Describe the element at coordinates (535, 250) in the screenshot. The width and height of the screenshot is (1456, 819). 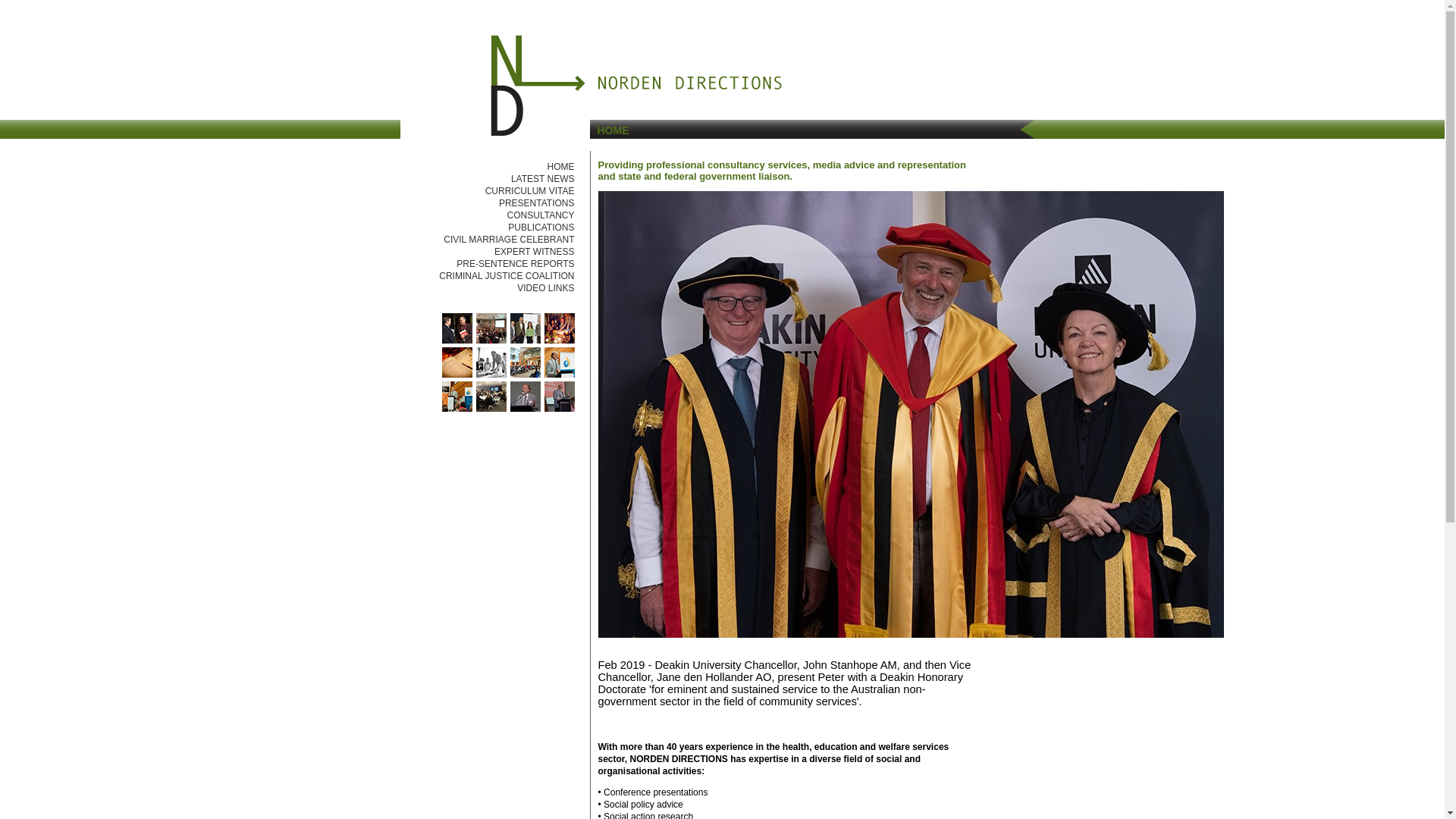
I see `'EXPERT WITNESS'` at that location.